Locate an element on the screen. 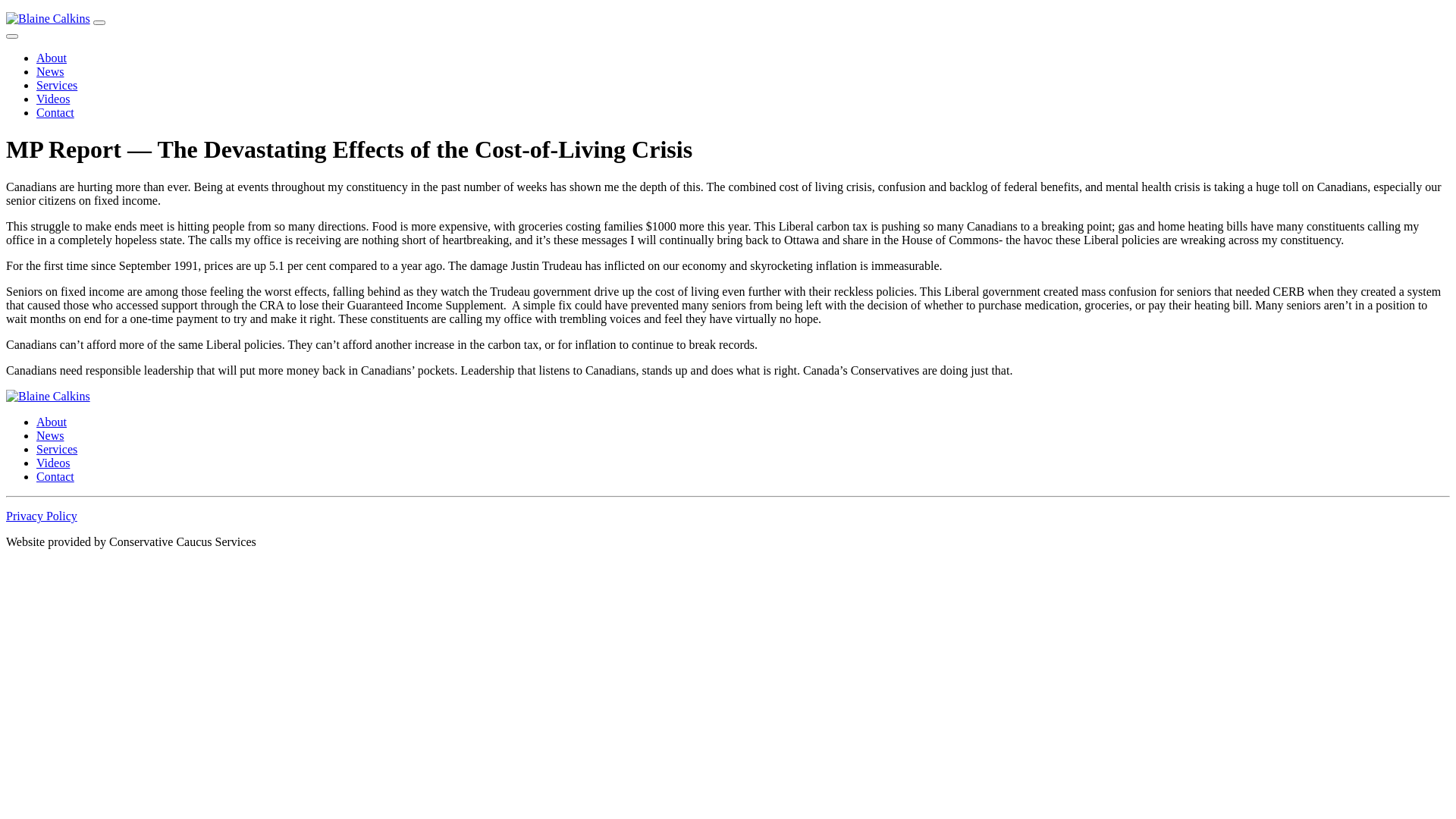  'Contact' is located at coordinates (36, 111).